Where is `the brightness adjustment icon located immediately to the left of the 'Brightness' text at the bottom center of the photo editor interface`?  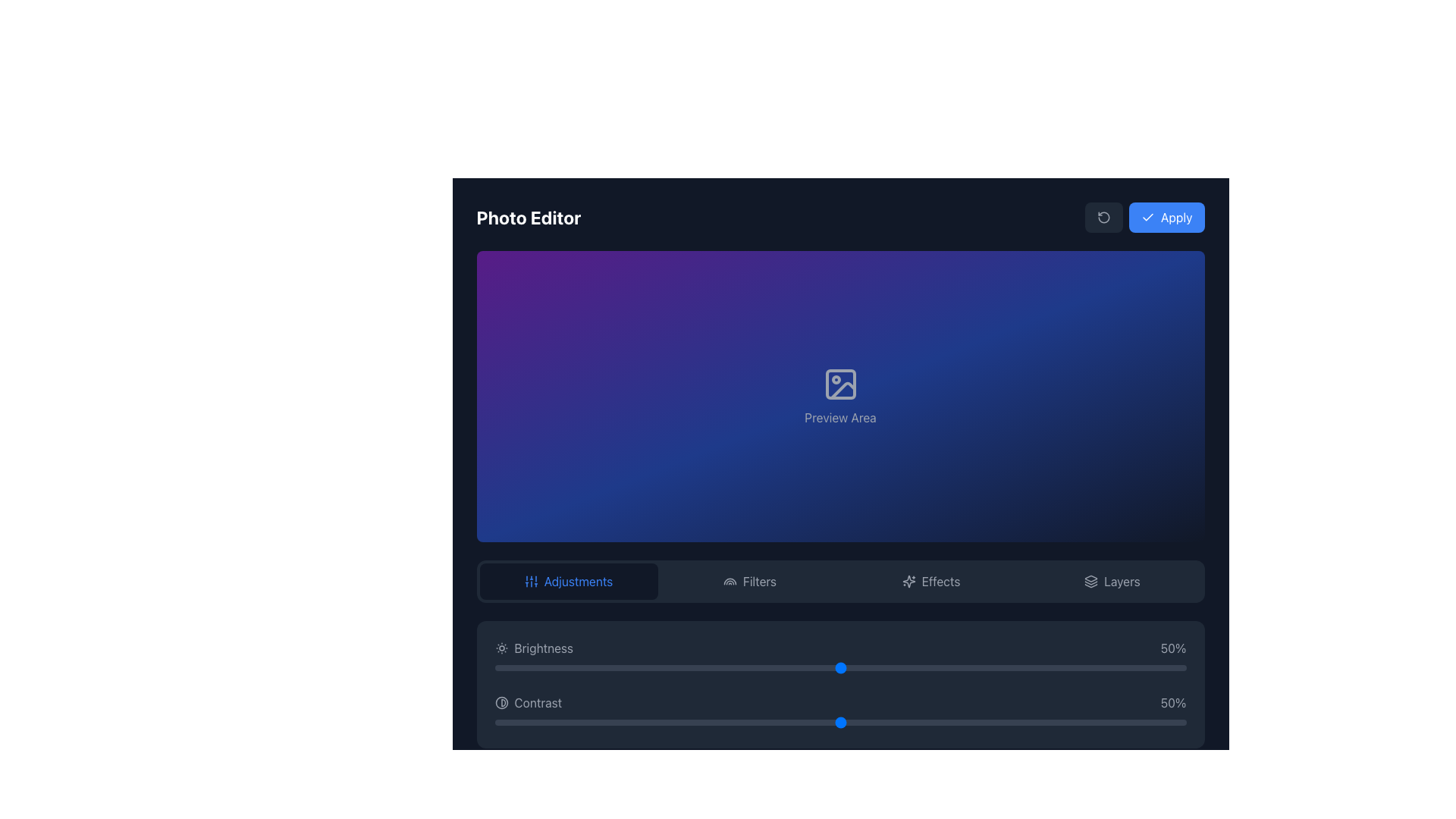
the brightness adjustment icon located immediately to the left of the 'Brightness' text at the bottom center of the photo editor interface is located at coordinates (501, 648).